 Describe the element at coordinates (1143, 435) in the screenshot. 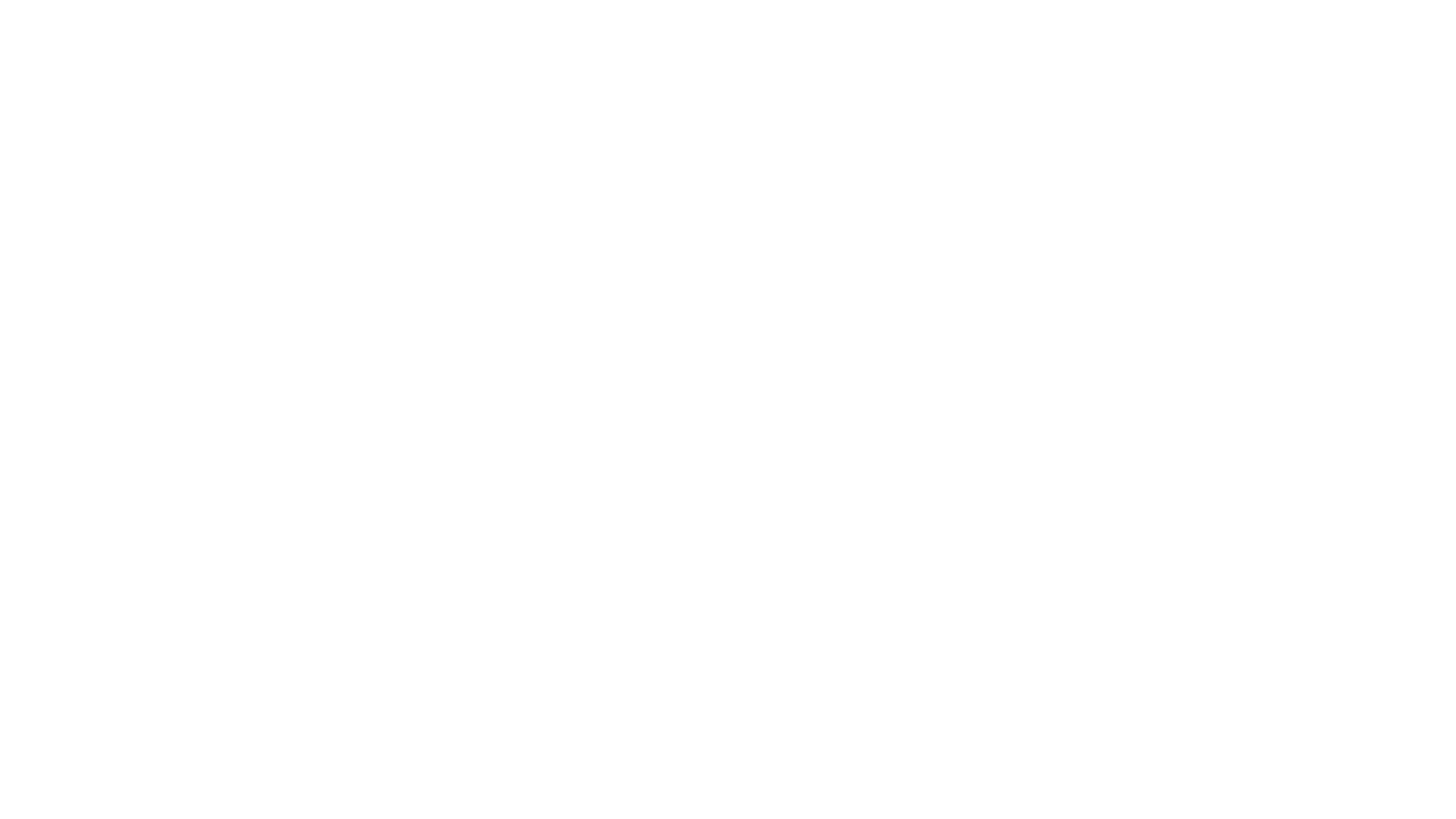

I see `Precedent` at that location.